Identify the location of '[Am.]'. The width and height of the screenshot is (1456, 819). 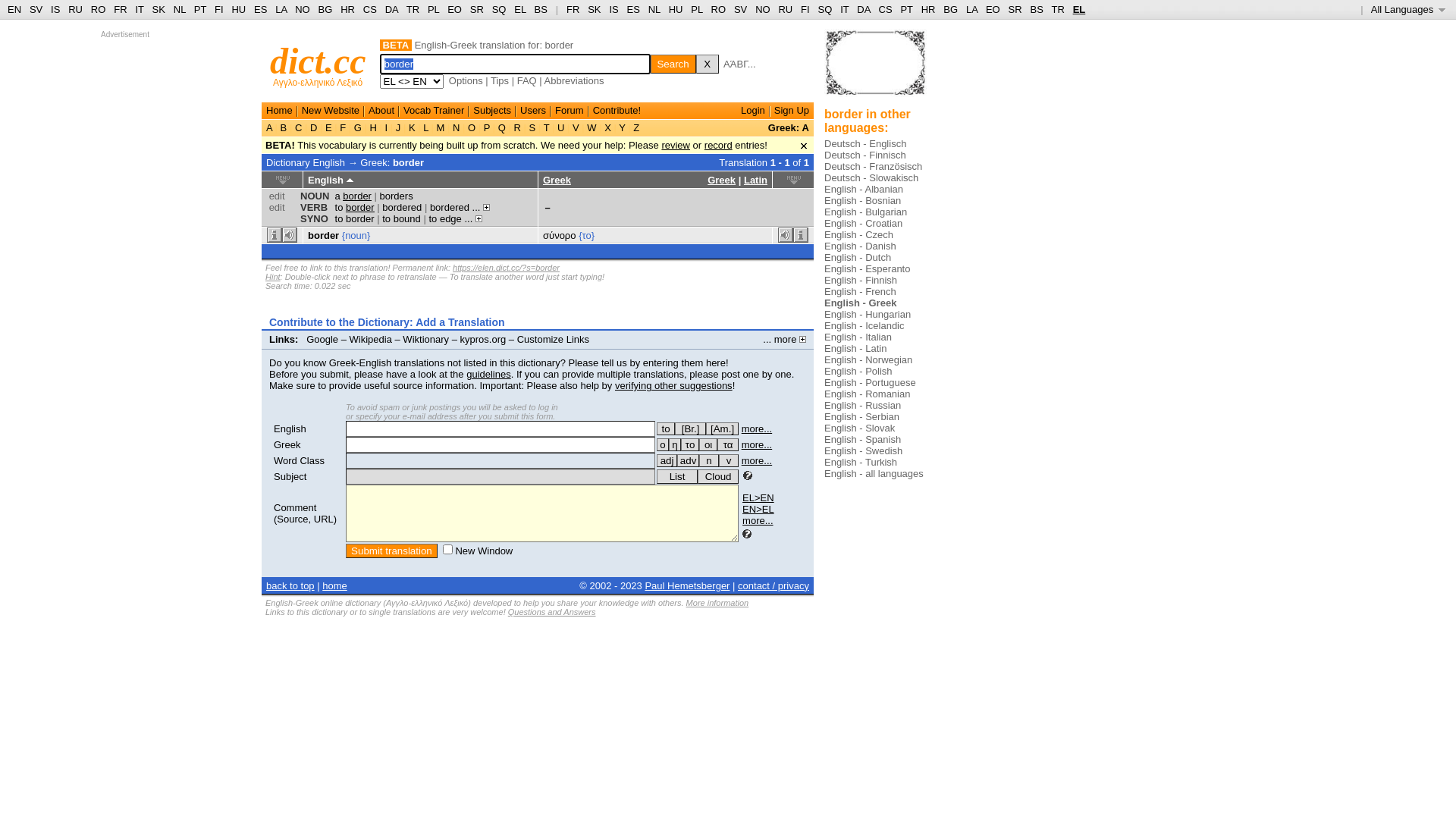
(721, 428).